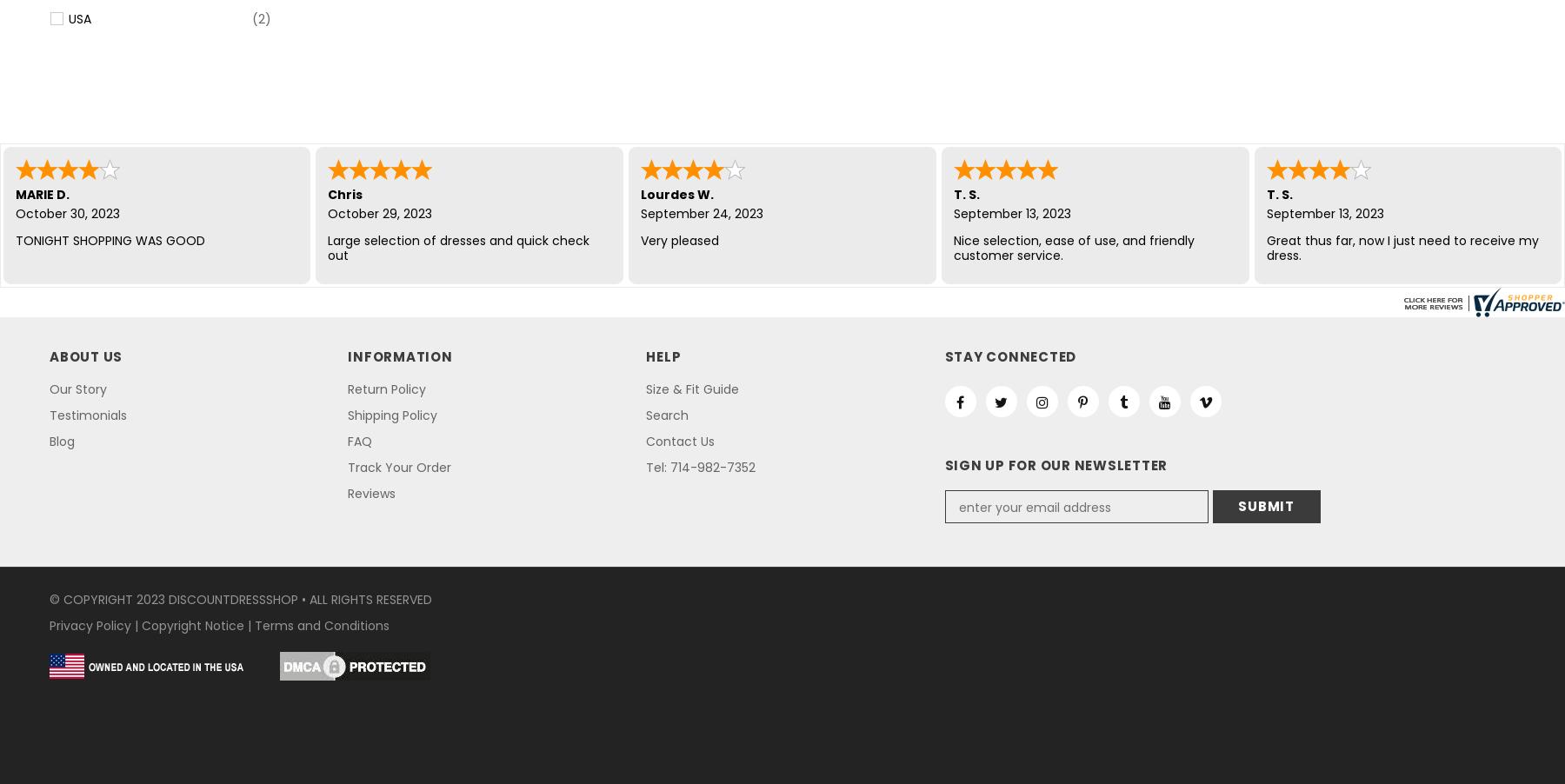 The image size is (1565, 784). I want to click on 'Janice W.', so click(1297, 193).